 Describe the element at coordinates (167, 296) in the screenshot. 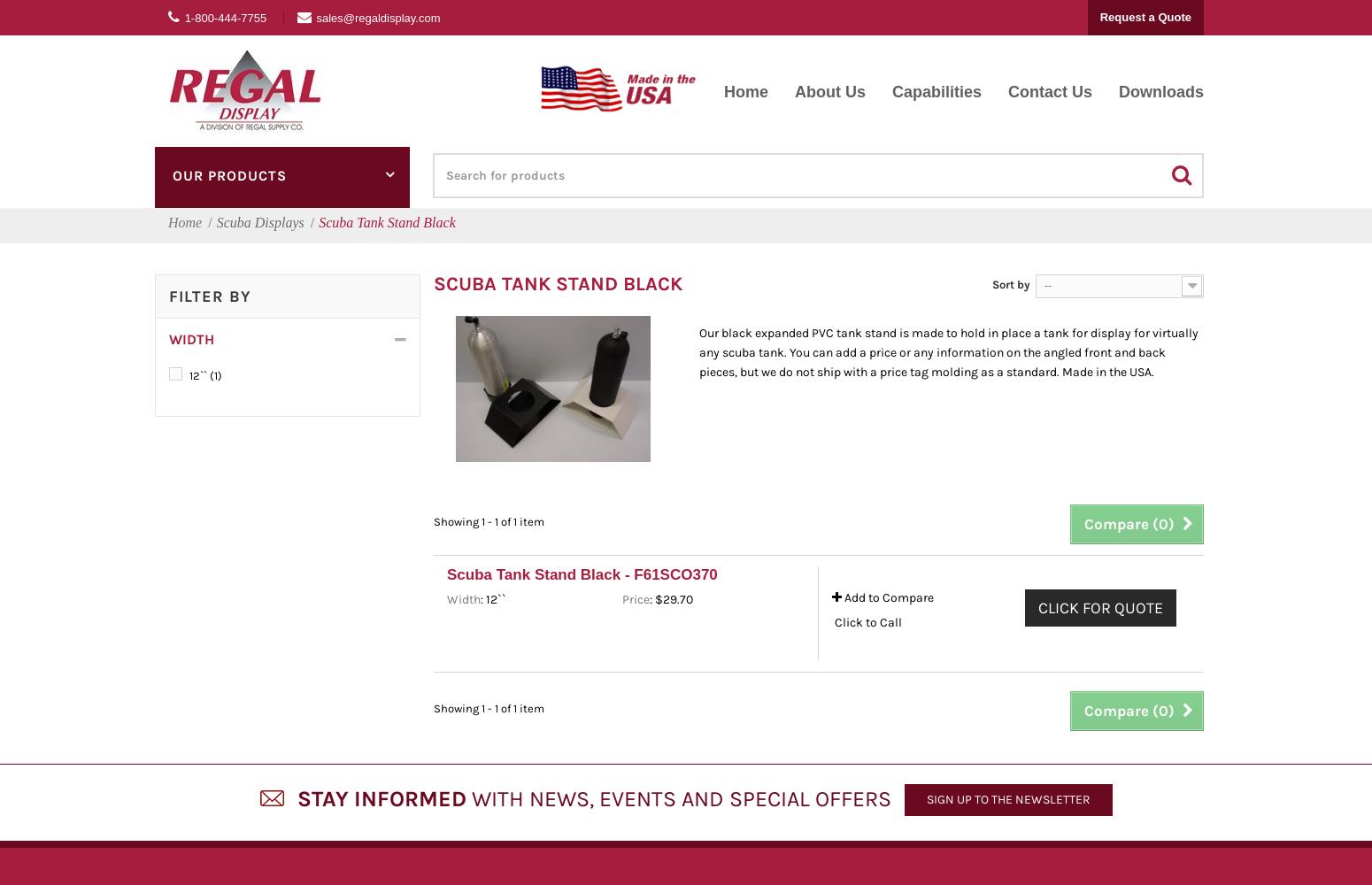

I see `'Filter By'` at that location.